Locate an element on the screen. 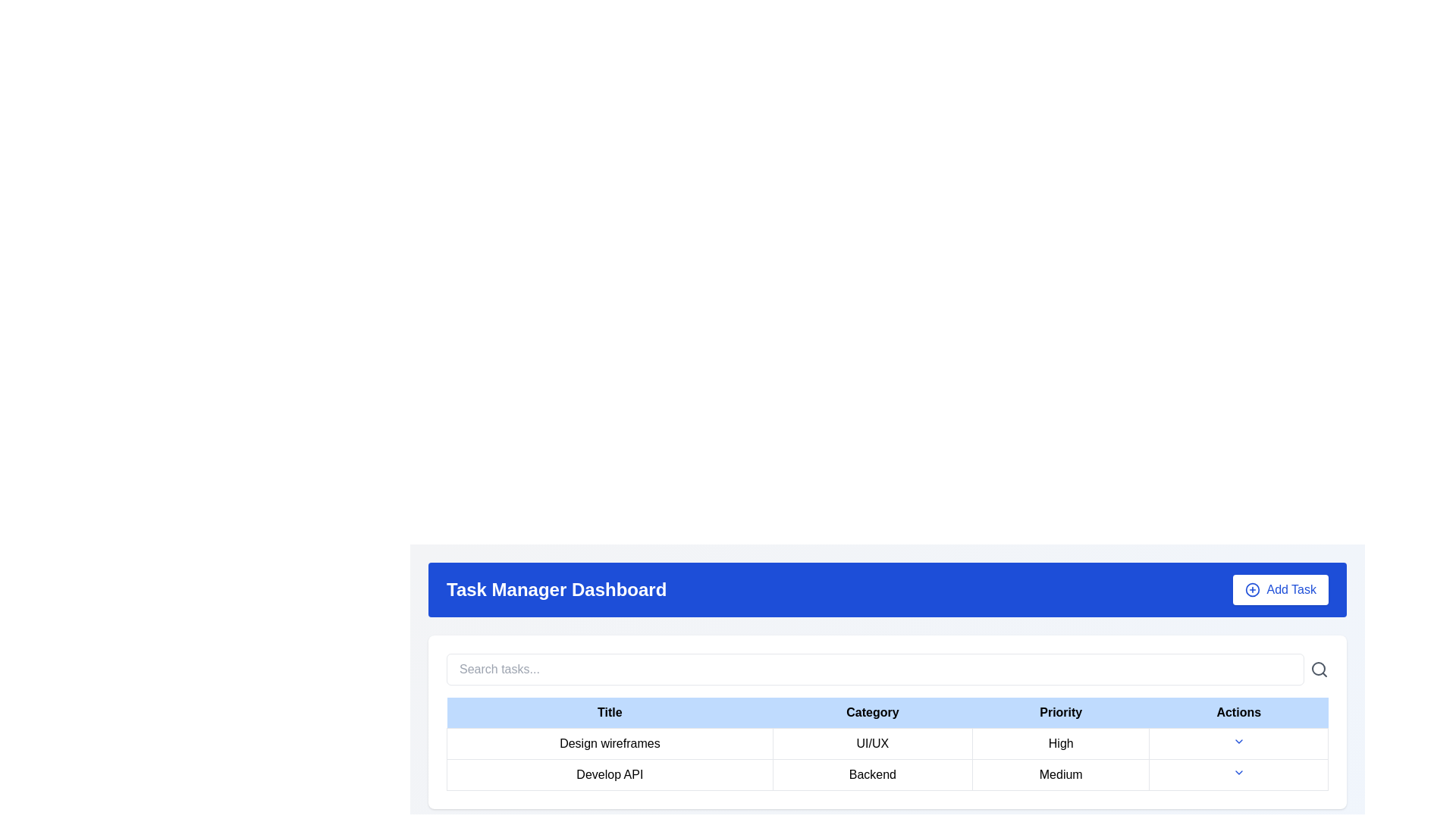 This screenshot has width=1456, height=819. the text label indicating the priority level of the 'Develop API' task in the 'Priority' column of the table, located between the 'Backend' text cell and the 'Actions' dropdown is located at coordinates (1060, 775).